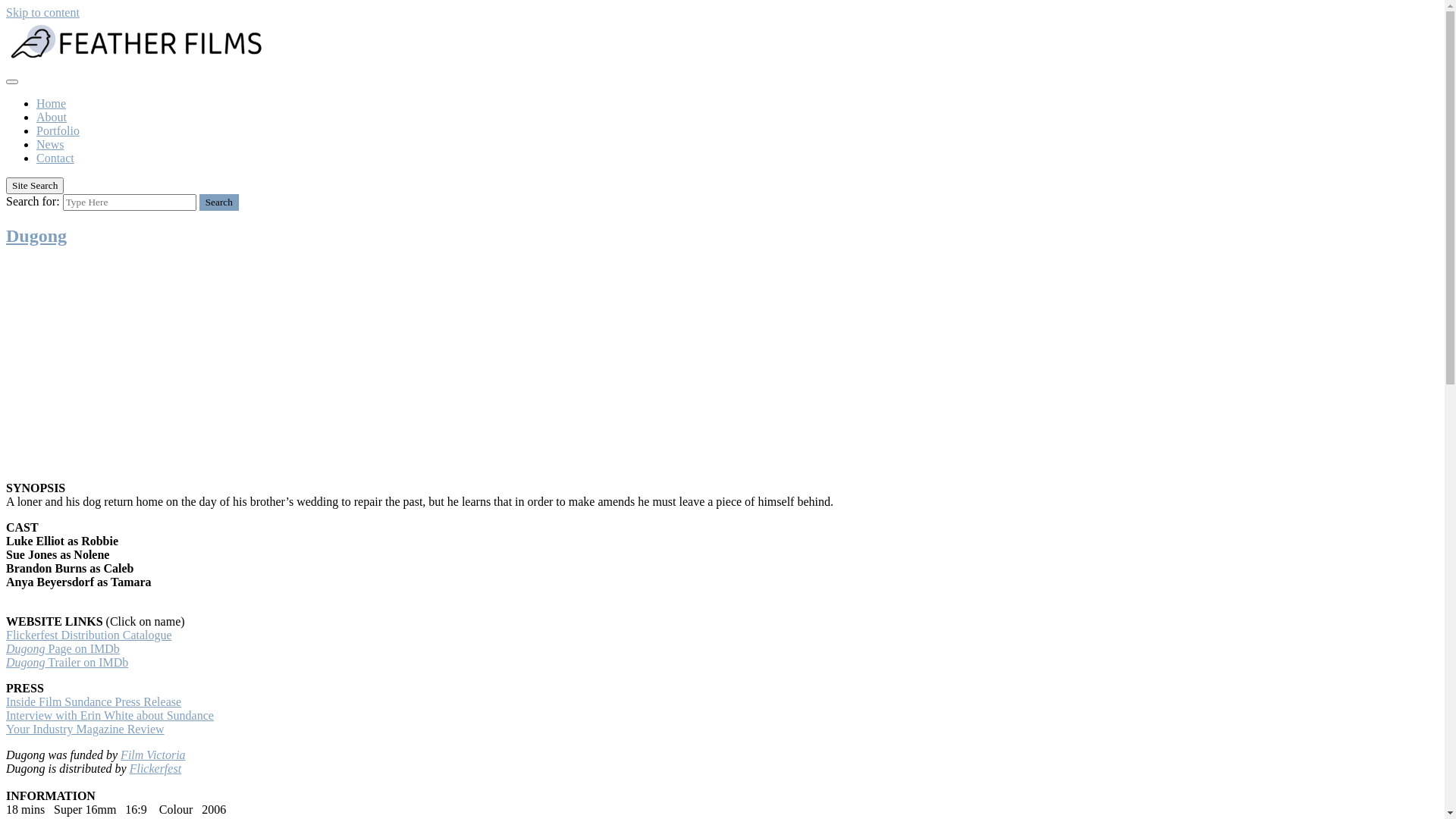  I want to click on 'Dugong Page on IMDb', so click(61, 648).